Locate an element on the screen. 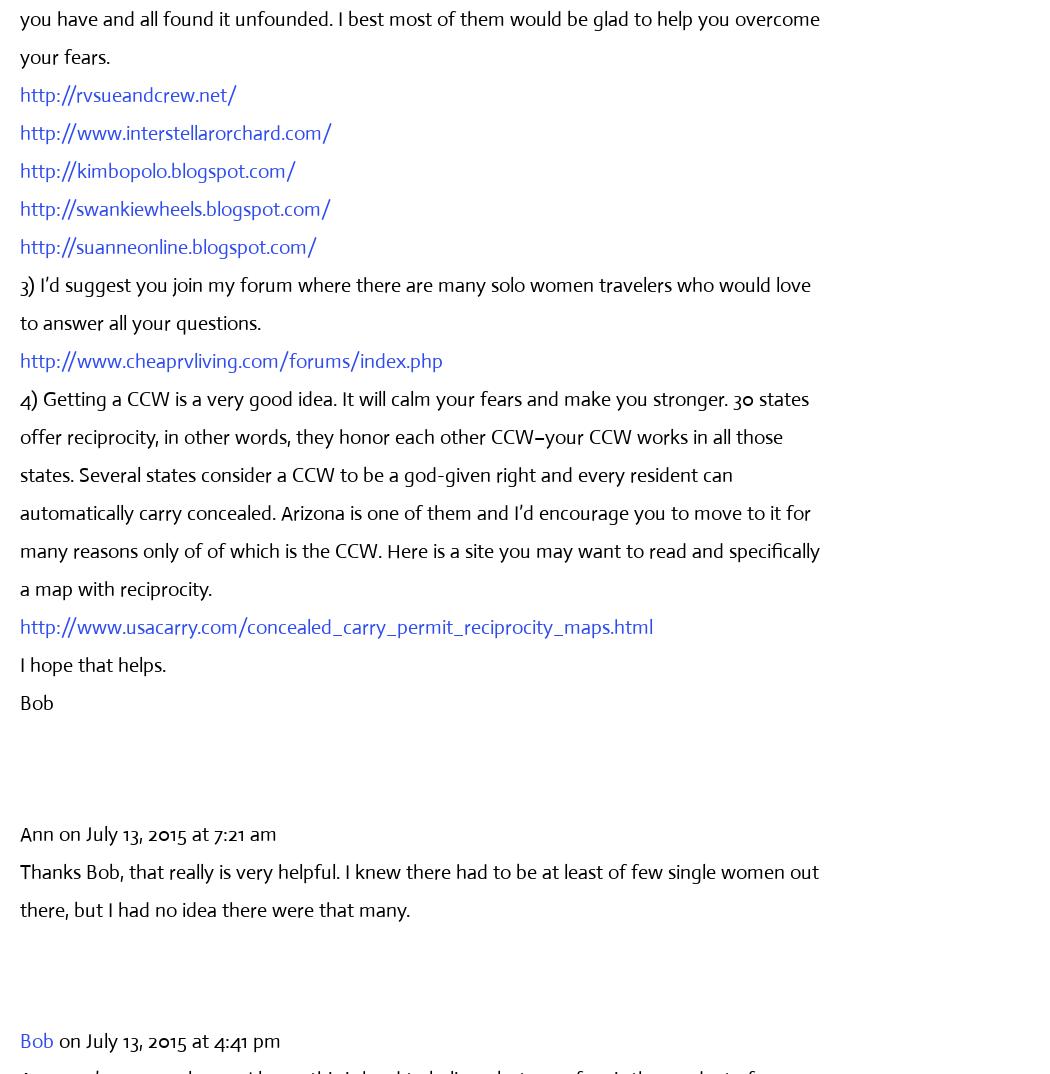  'http://rvsueandcrew.net/' is located at coordinates (127, 94).